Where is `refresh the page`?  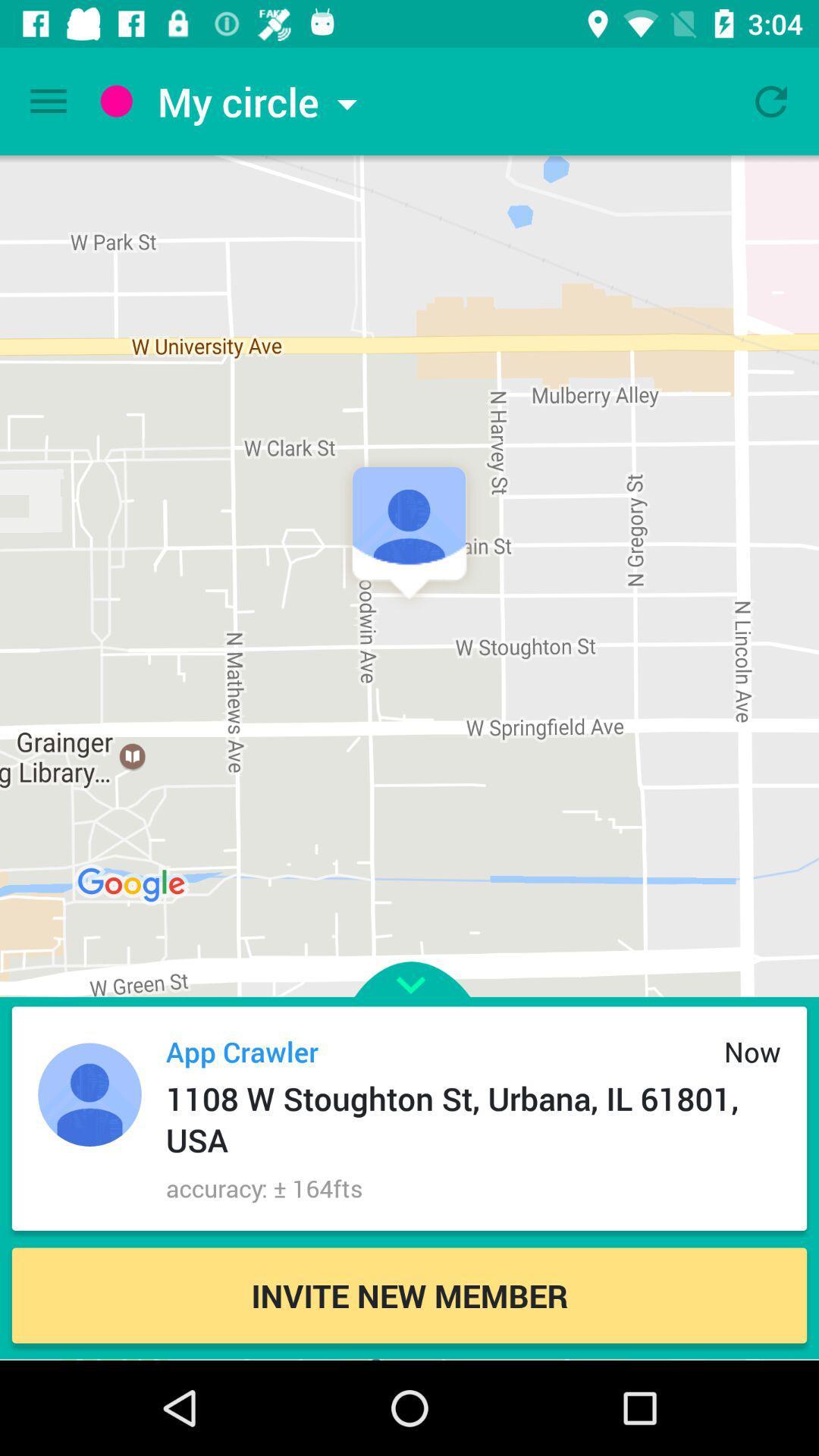 refresh the page is located at coordinates (771, 100).